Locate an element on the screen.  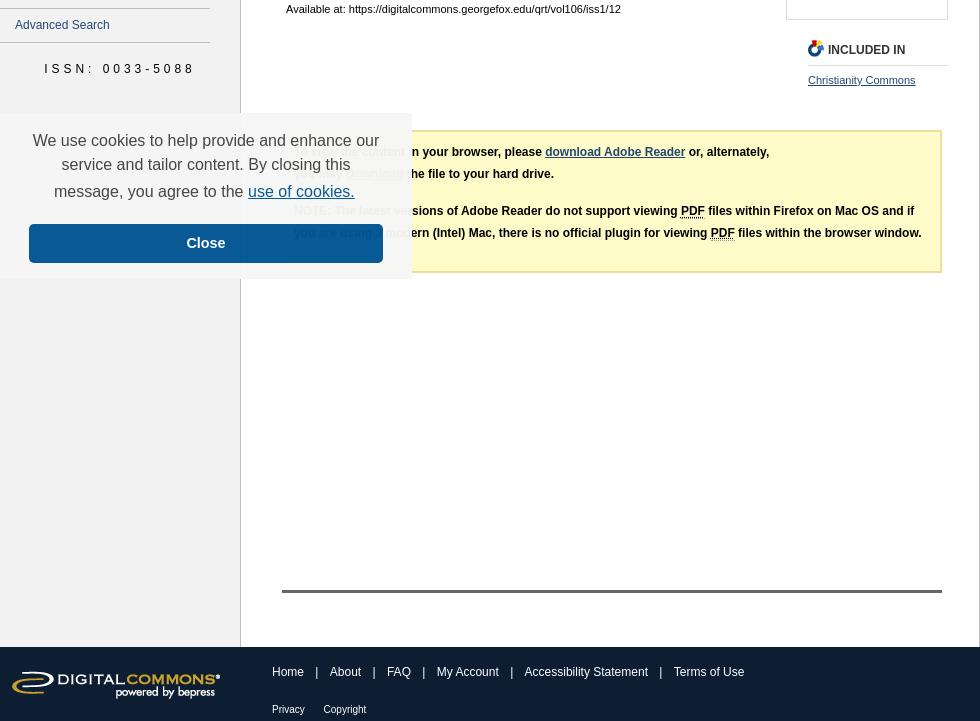
'ISSN: 0033-5088' is located at coordinates (119, 67).